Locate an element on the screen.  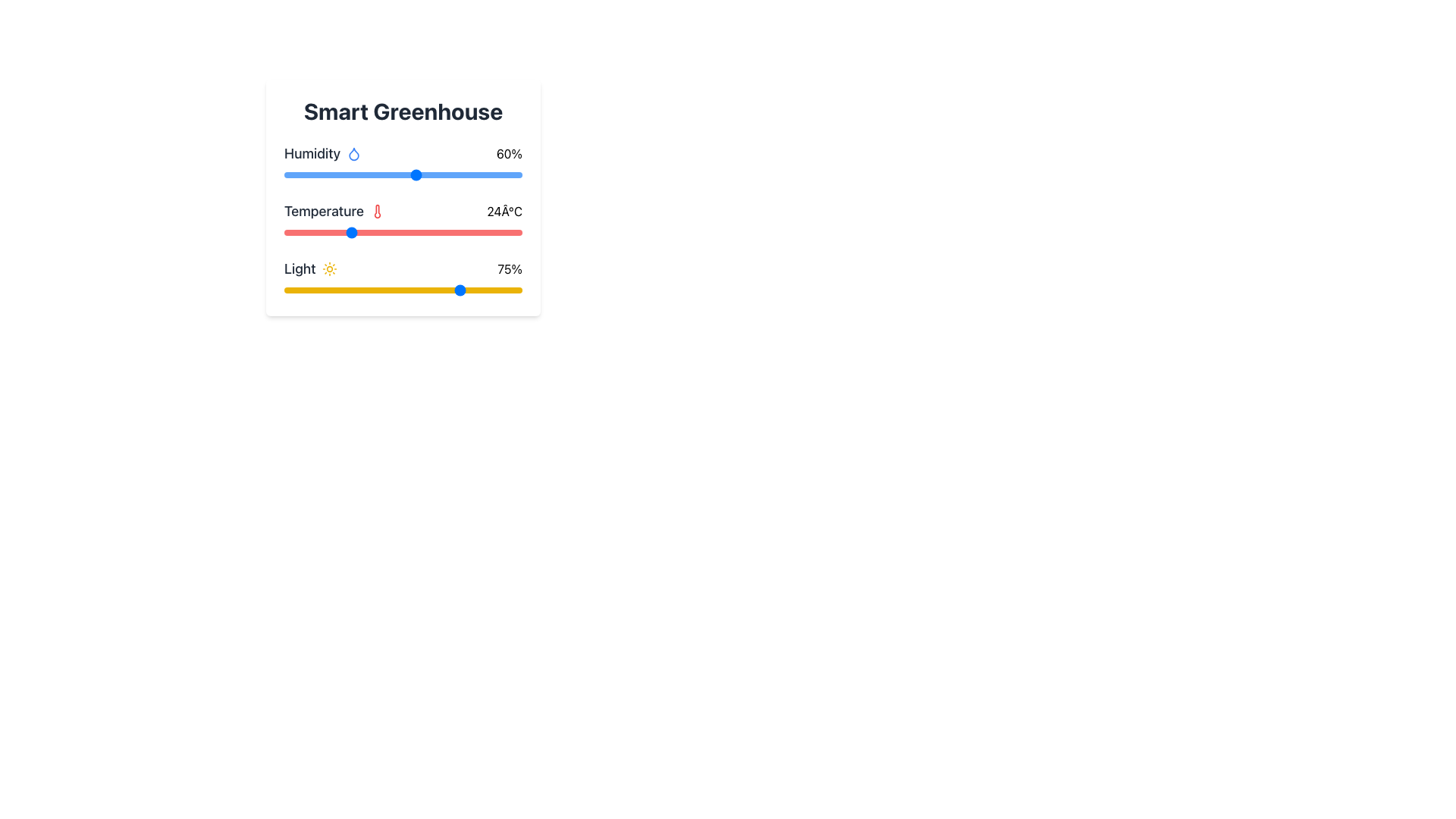
displayed temperature value from the text label showing '24Â°C', which is styled in black and located next to a temperature slider with a red bar is located at coordinates (504, 211).